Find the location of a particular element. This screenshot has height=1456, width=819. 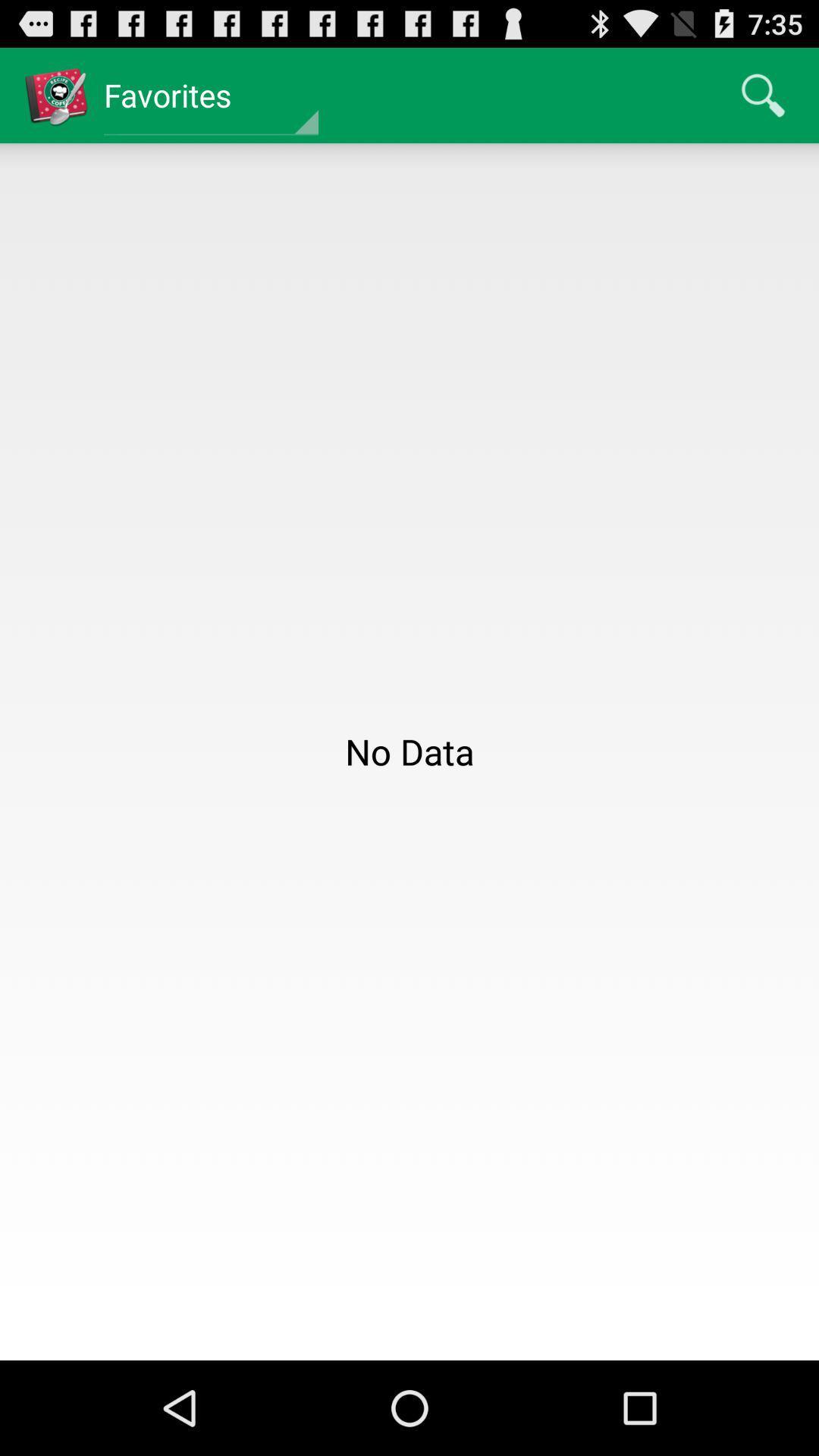

app to the right of the favorites app is located at coordinates (763, 94).